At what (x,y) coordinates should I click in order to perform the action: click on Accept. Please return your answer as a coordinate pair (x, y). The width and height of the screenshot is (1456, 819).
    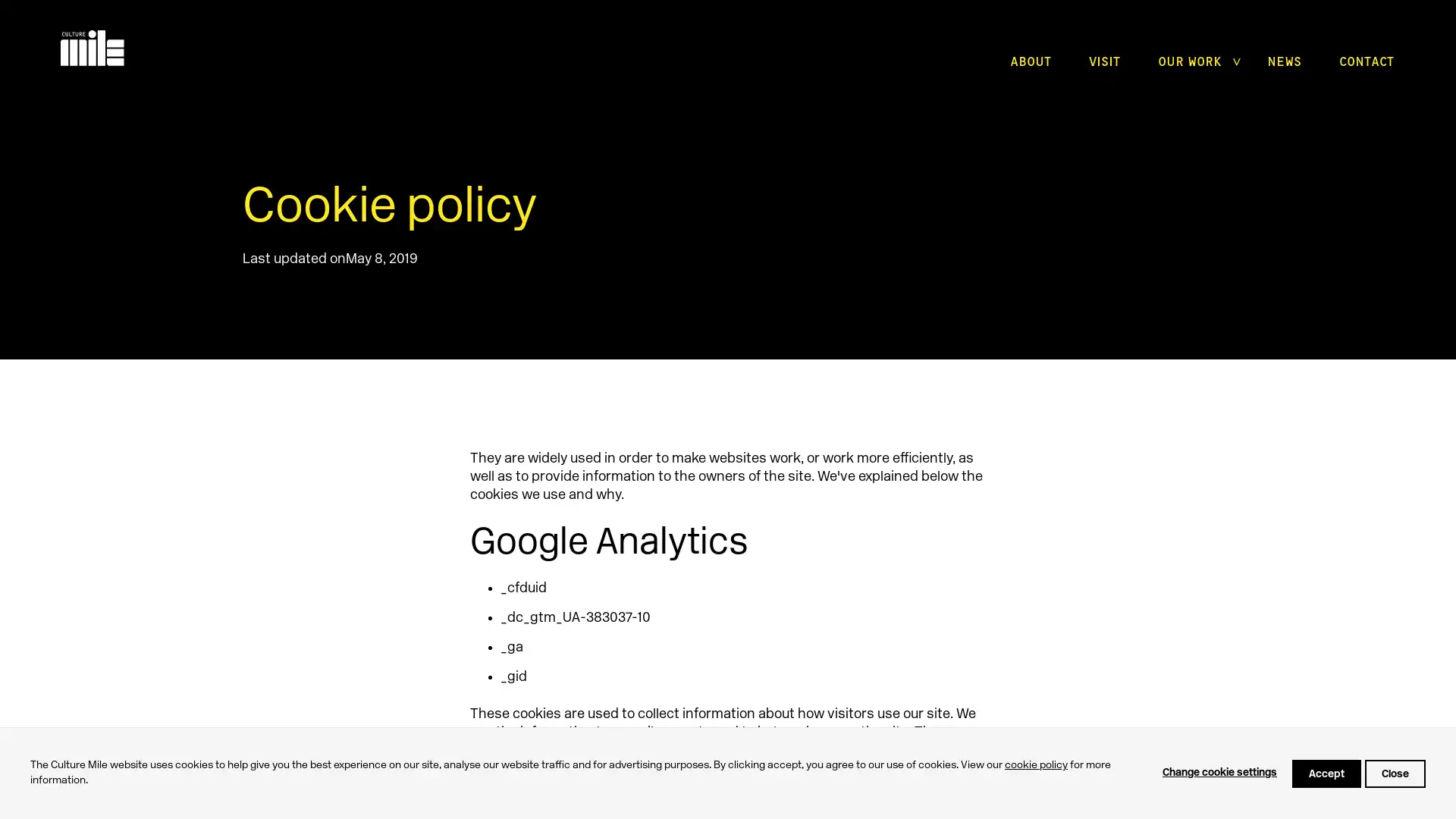
    Looking at the image, I should click on (1326, 773).